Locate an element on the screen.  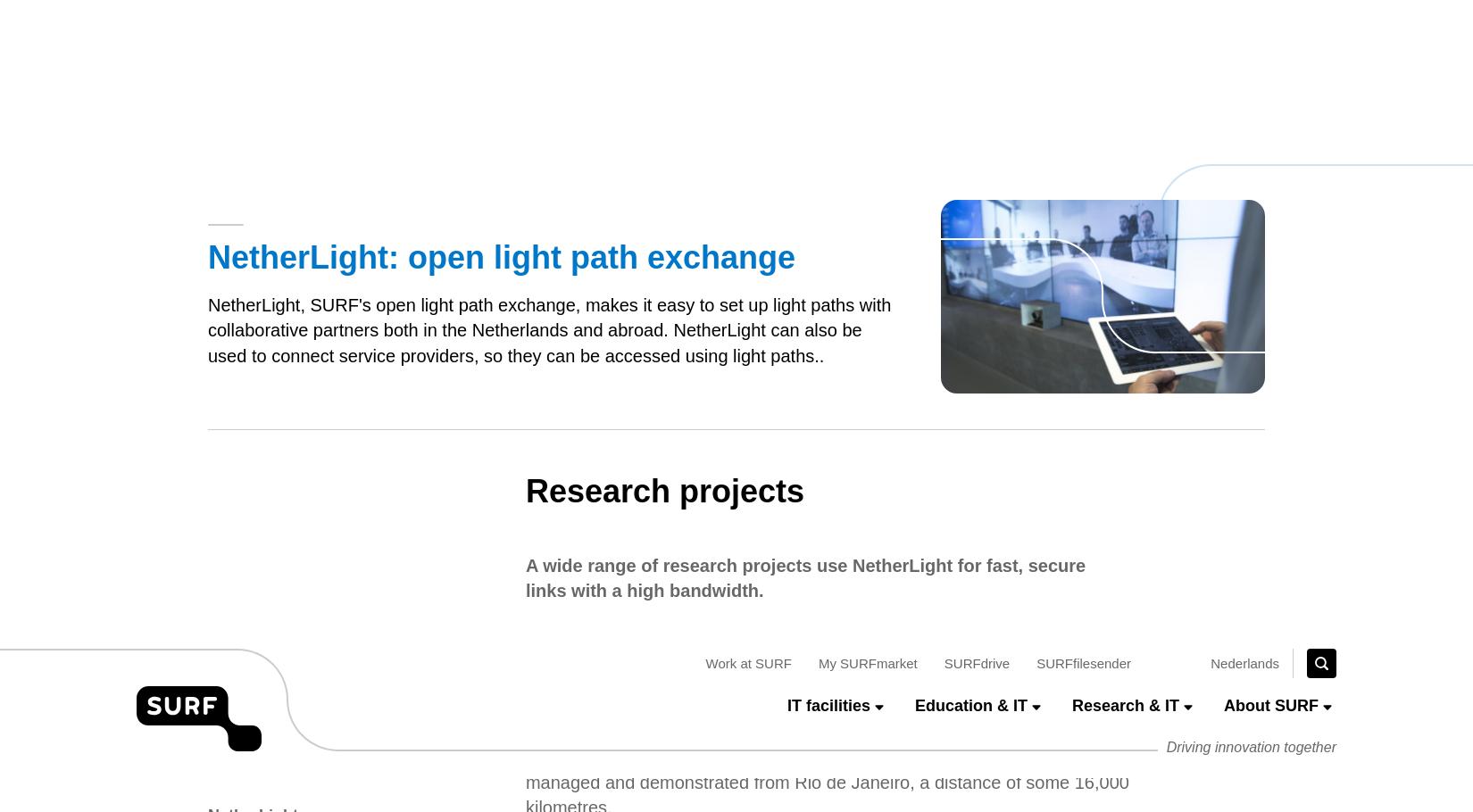
'SURFdrive' is located at coordinates (976, 26).